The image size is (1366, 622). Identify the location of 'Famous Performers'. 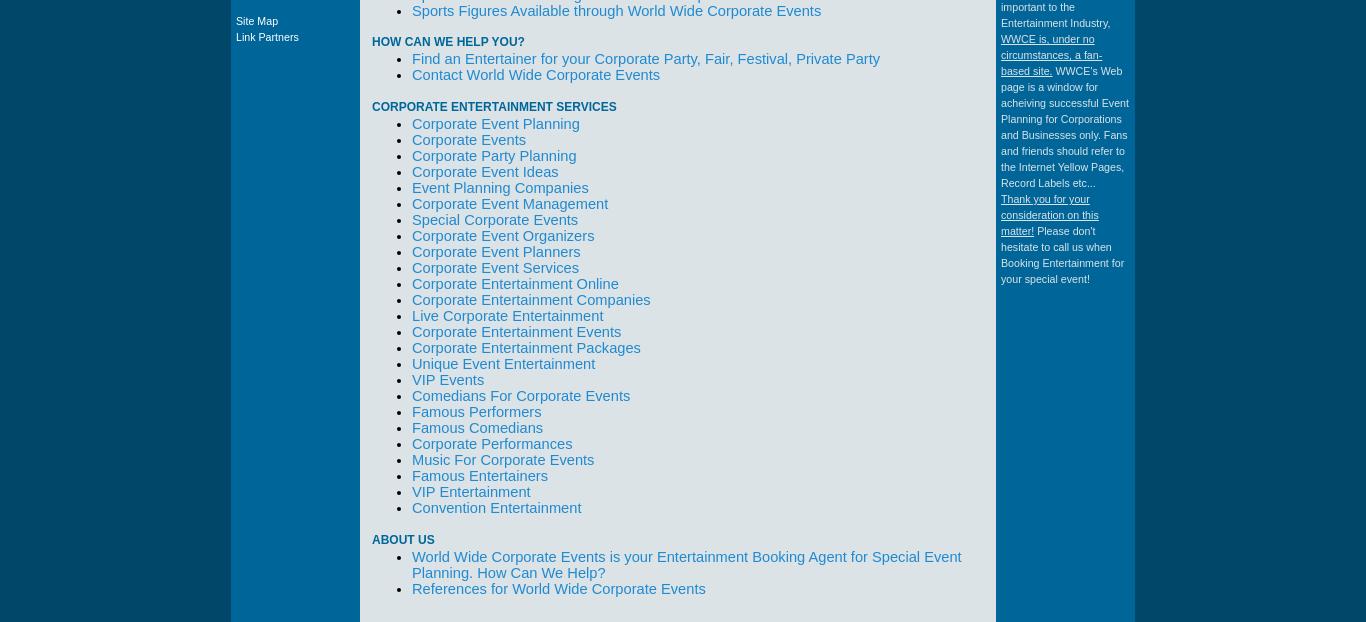
(476, 412).